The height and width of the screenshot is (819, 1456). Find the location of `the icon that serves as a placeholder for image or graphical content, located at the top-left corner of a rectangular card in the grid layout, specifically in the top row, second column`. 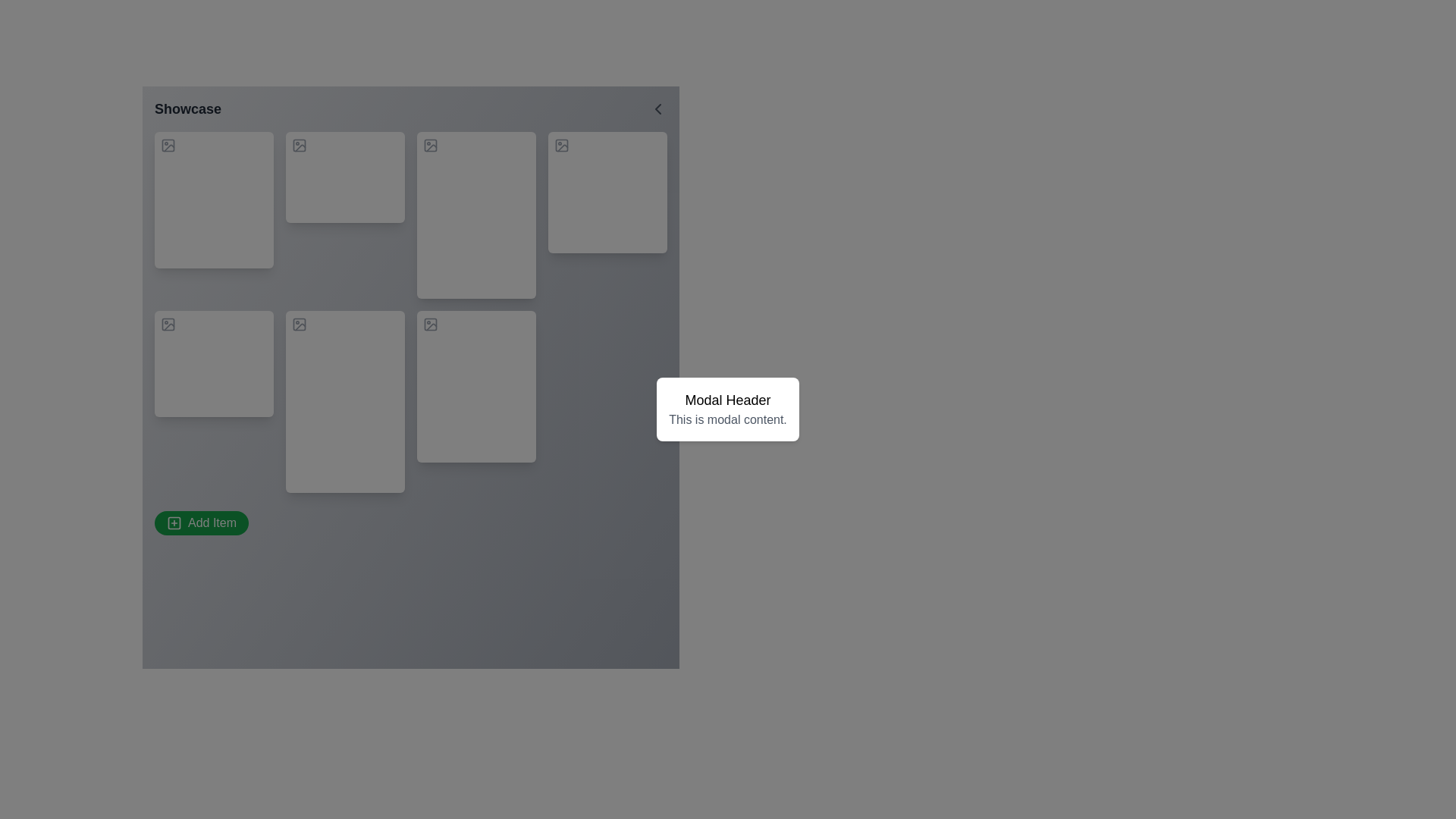

the icon that serves as a placeholder for image or graphical content, located at the top-left corner of a rectangular card in the grid layout, specifically in the top row, second column is located at coordinates (299, 146).